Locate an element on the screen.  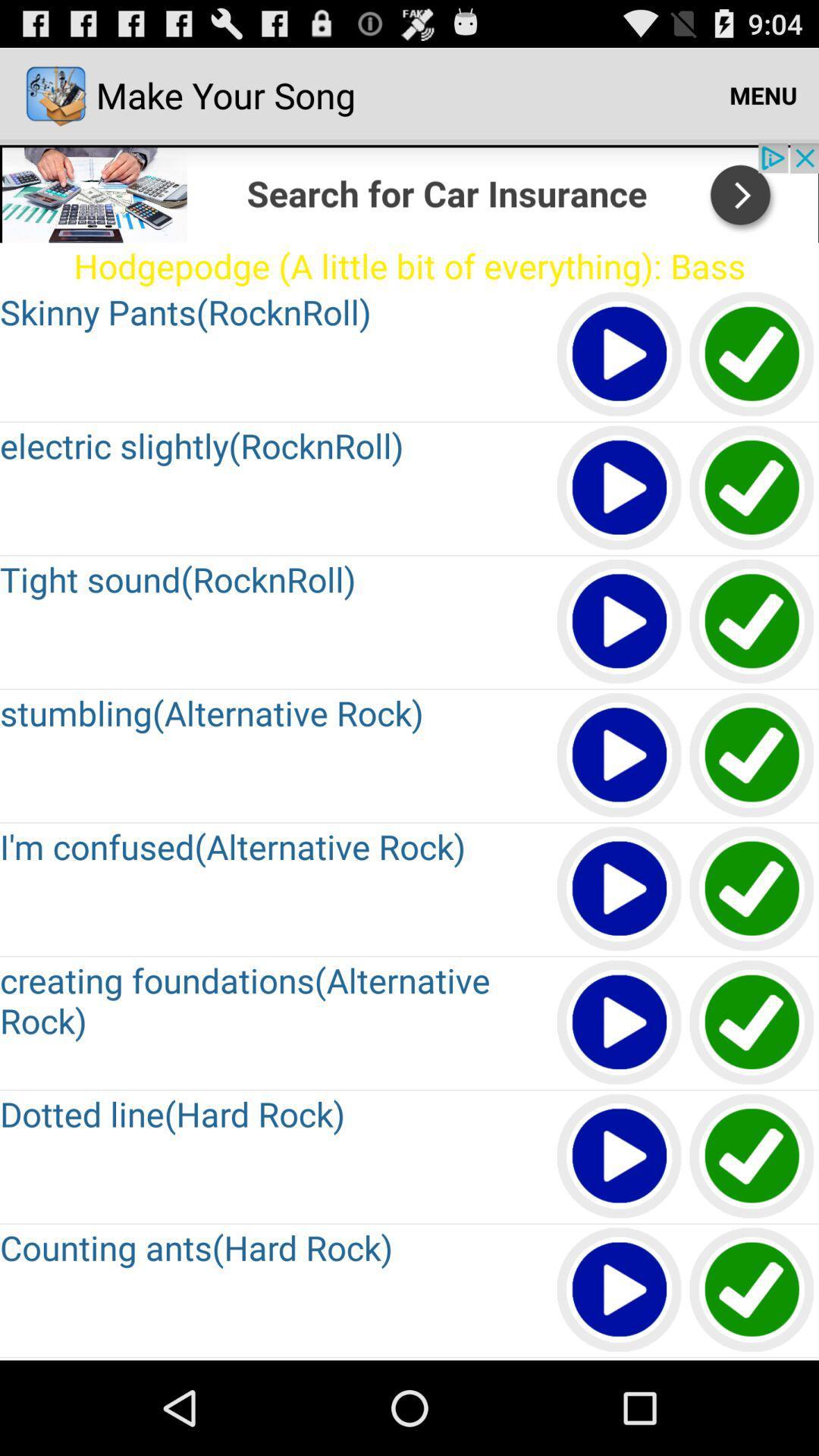
click check mark is located at coordinates (752, 1023).